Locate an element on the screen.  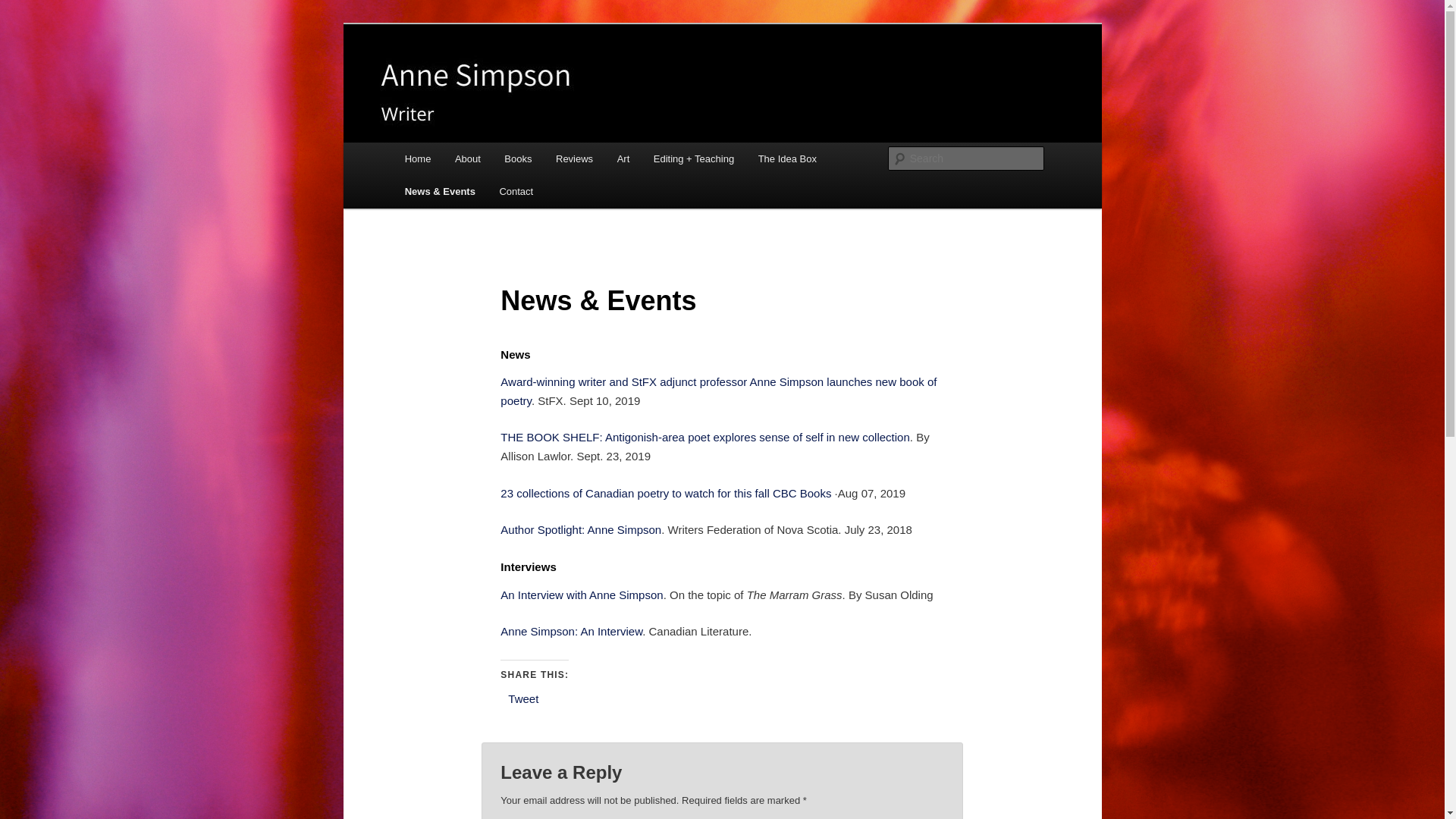
'Home' is located at coordinates (418, 158).